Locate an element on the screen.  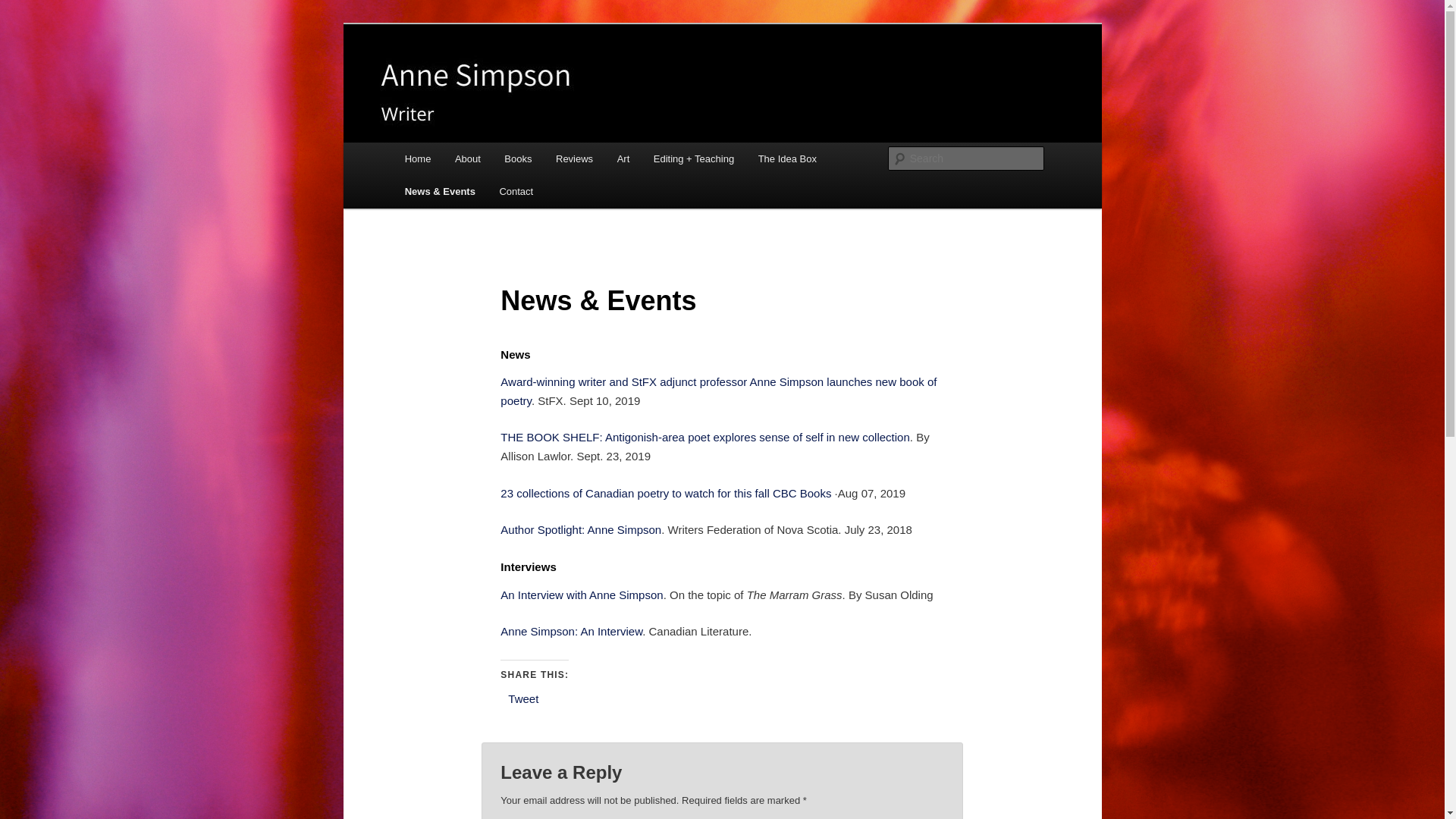
'Home' is located at coordinates (418, 158).